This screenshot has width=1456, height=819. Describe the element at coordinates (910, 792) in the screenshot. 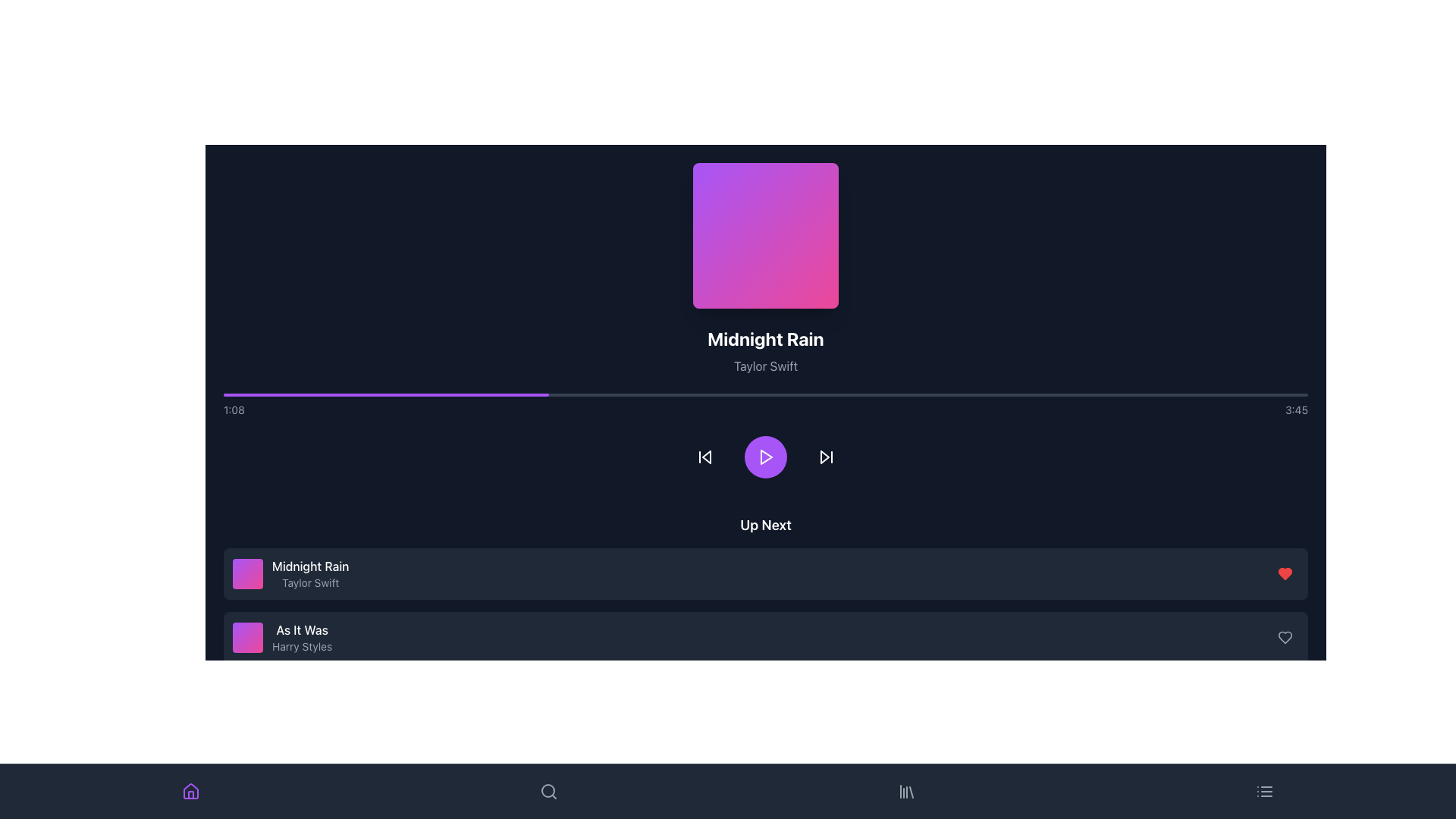

I see `the angled line segment of the SVG icon located in the lower navigation bar, which is part of the library icon and is the rightmost segment` at that location.